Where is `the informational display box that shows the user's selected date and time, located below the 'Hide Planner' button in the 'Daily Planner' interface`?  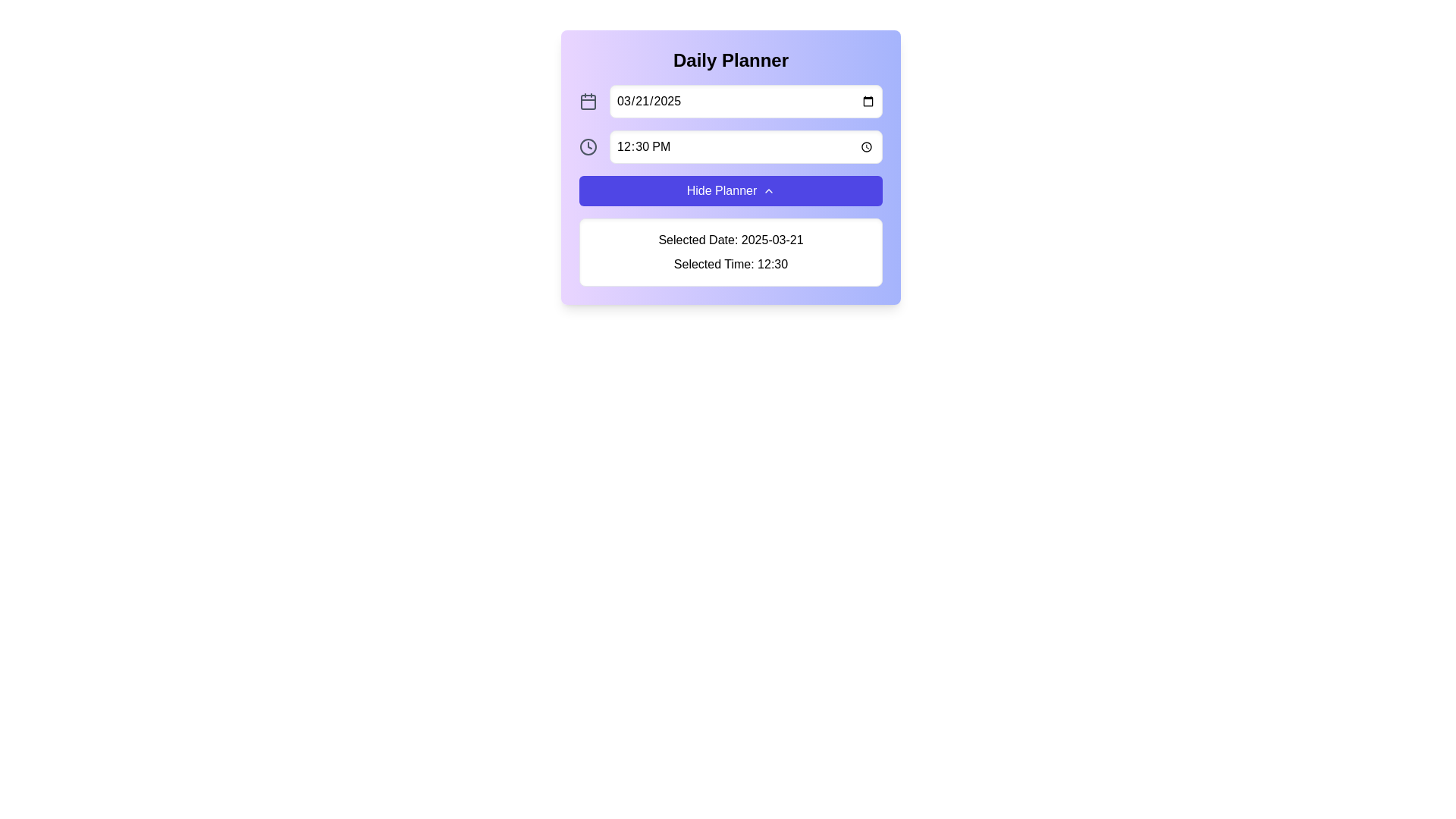
the informational display box that shows the user's selected date and time, located below the 'Hide Planner' button in the 'Daily Planner' interface is located at coordinates (731, 251).